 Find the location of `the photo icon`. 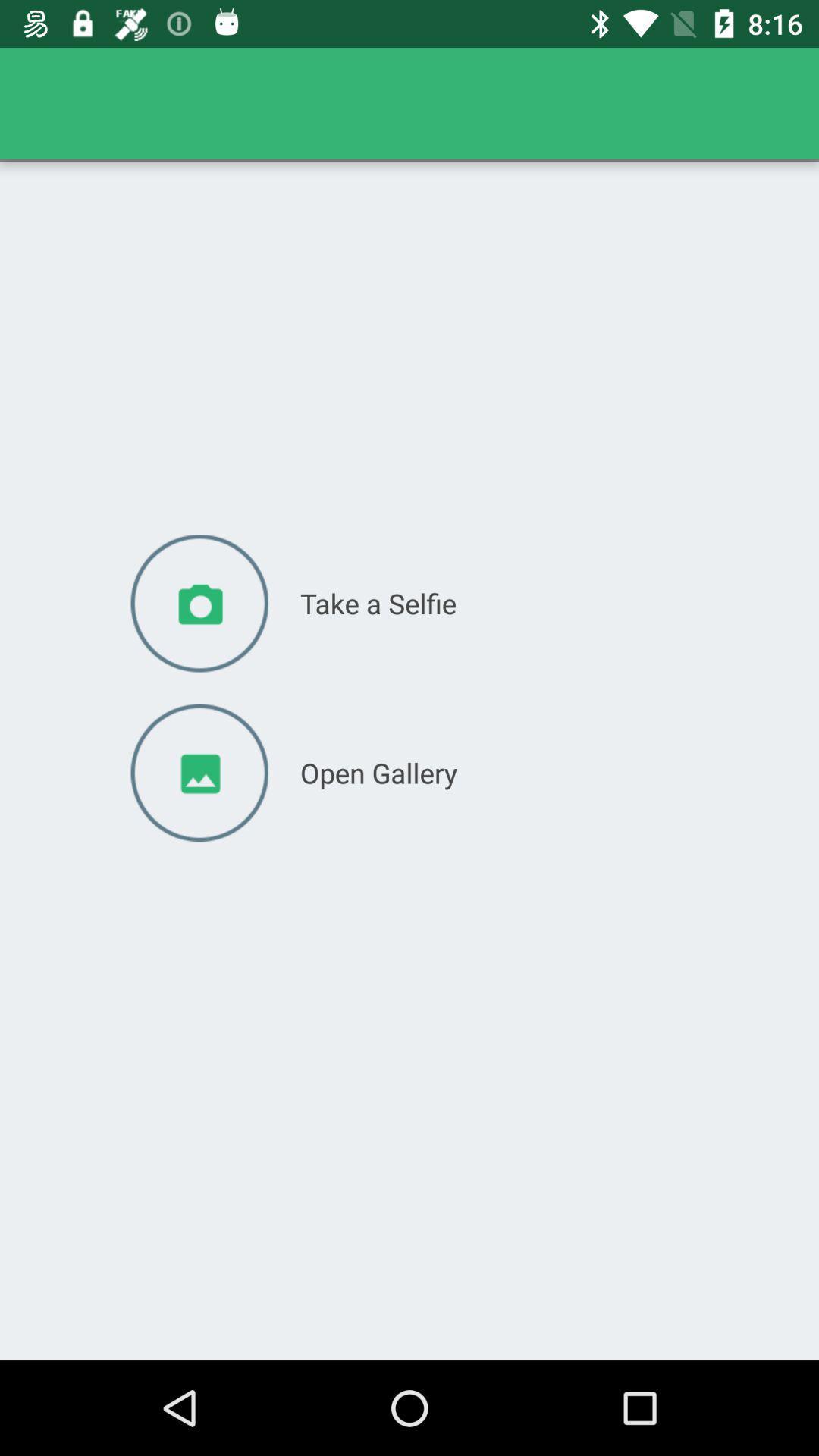

the photo icon is located at coordinates (199, 602).